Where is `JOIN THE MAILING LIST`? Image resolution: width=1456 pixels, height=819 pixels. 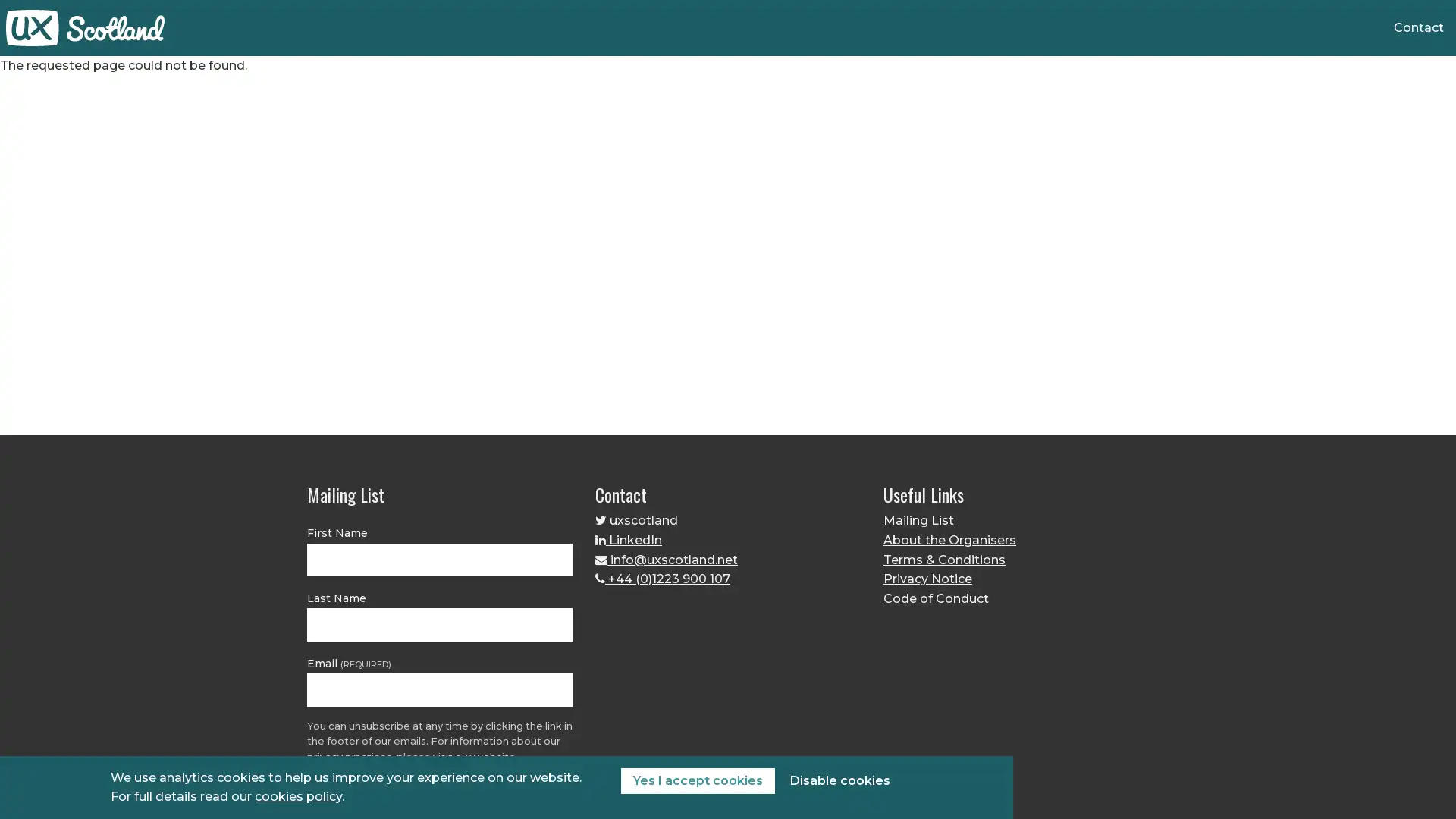 JOIN THE MAILING LIST is located at coordinates (384, 785).